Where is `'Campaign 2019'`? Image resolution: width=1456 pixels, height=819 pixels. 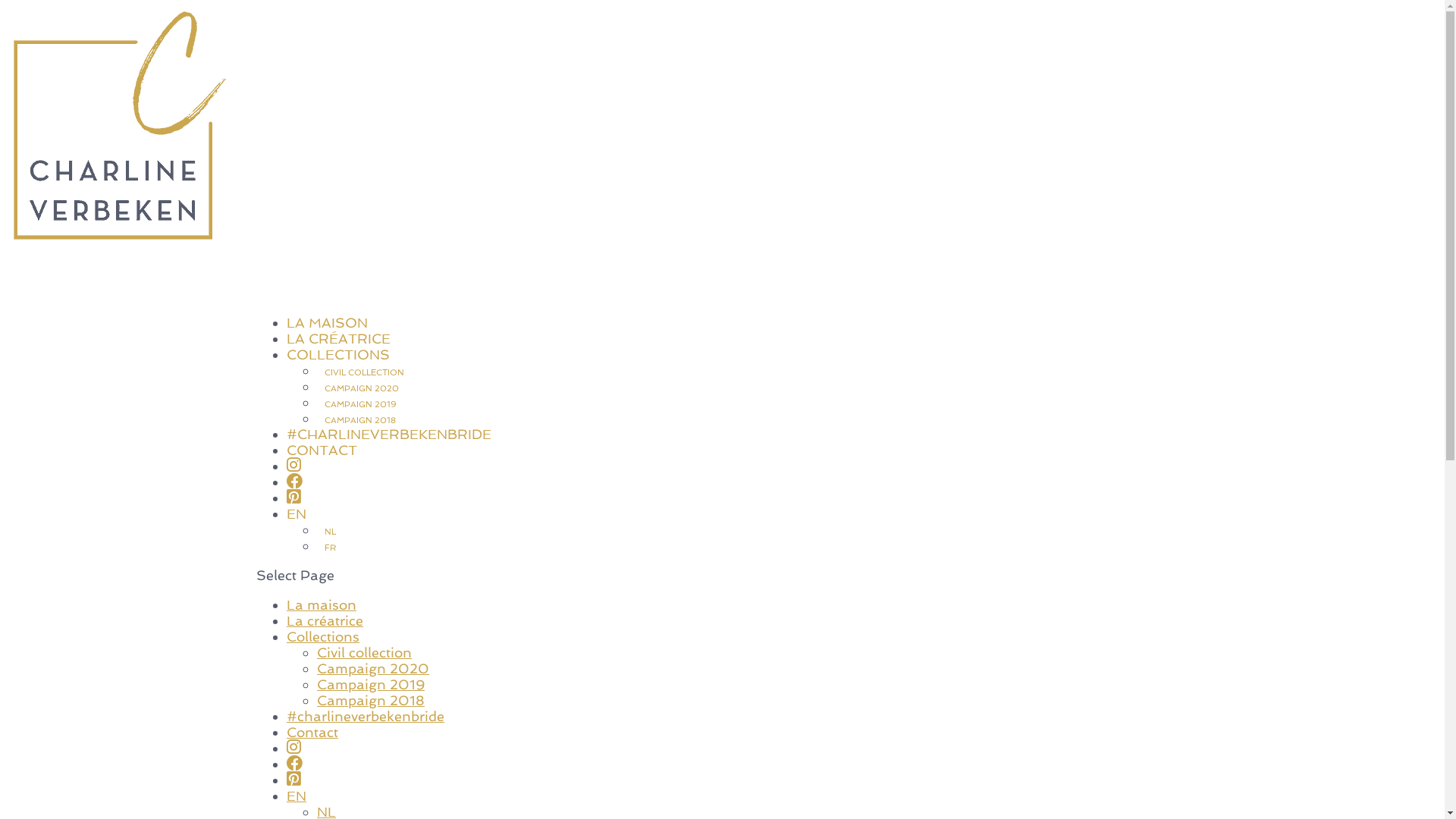 'Campaign 2019' is located at coordinates (371, 684).